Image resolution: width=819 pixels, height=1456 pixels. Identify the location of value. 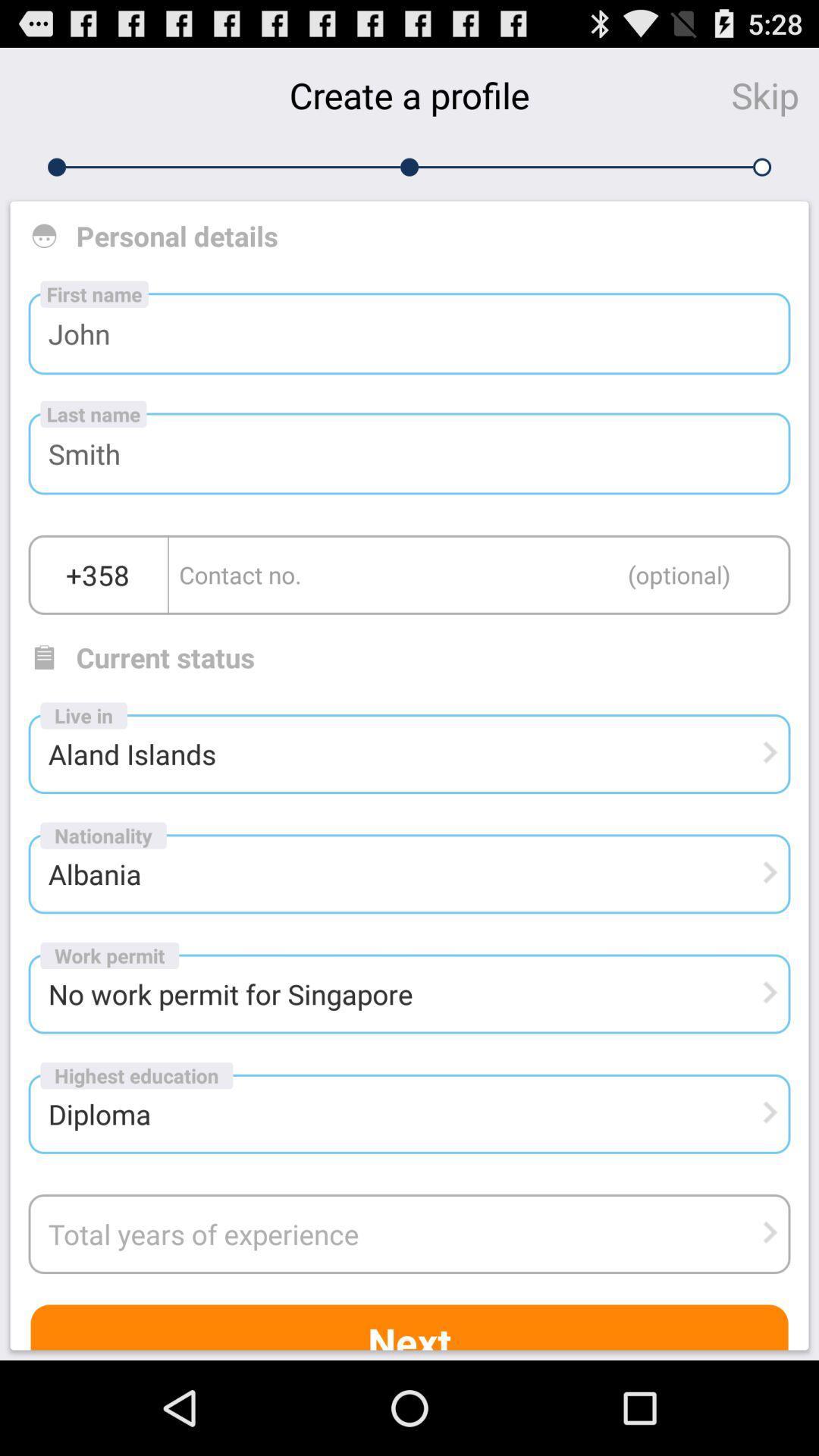
(479, 574).